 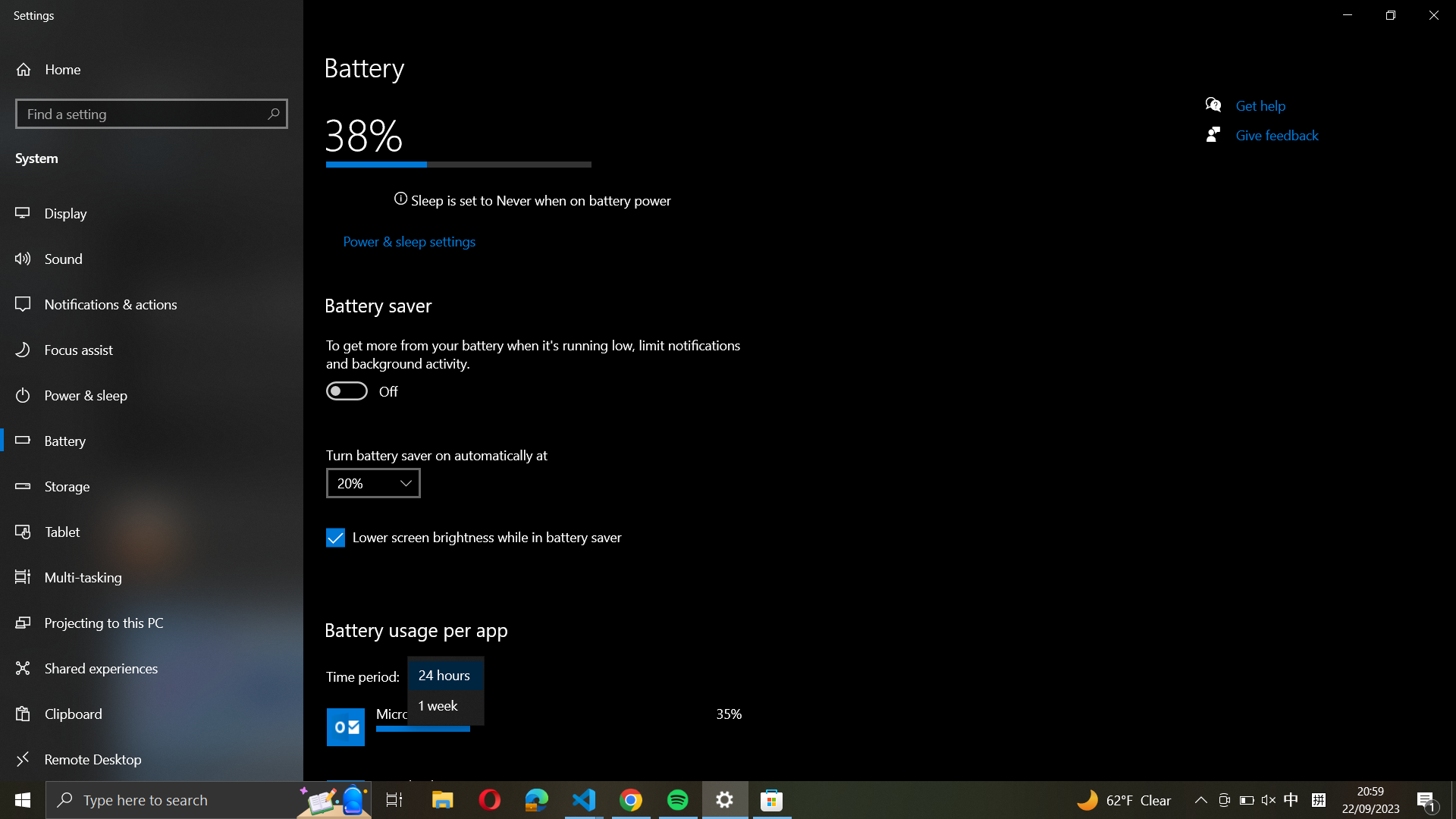 I want to click on Enable notification limits and curtail background operations when battery saver mode is engaged, so click(x=345, y=390).